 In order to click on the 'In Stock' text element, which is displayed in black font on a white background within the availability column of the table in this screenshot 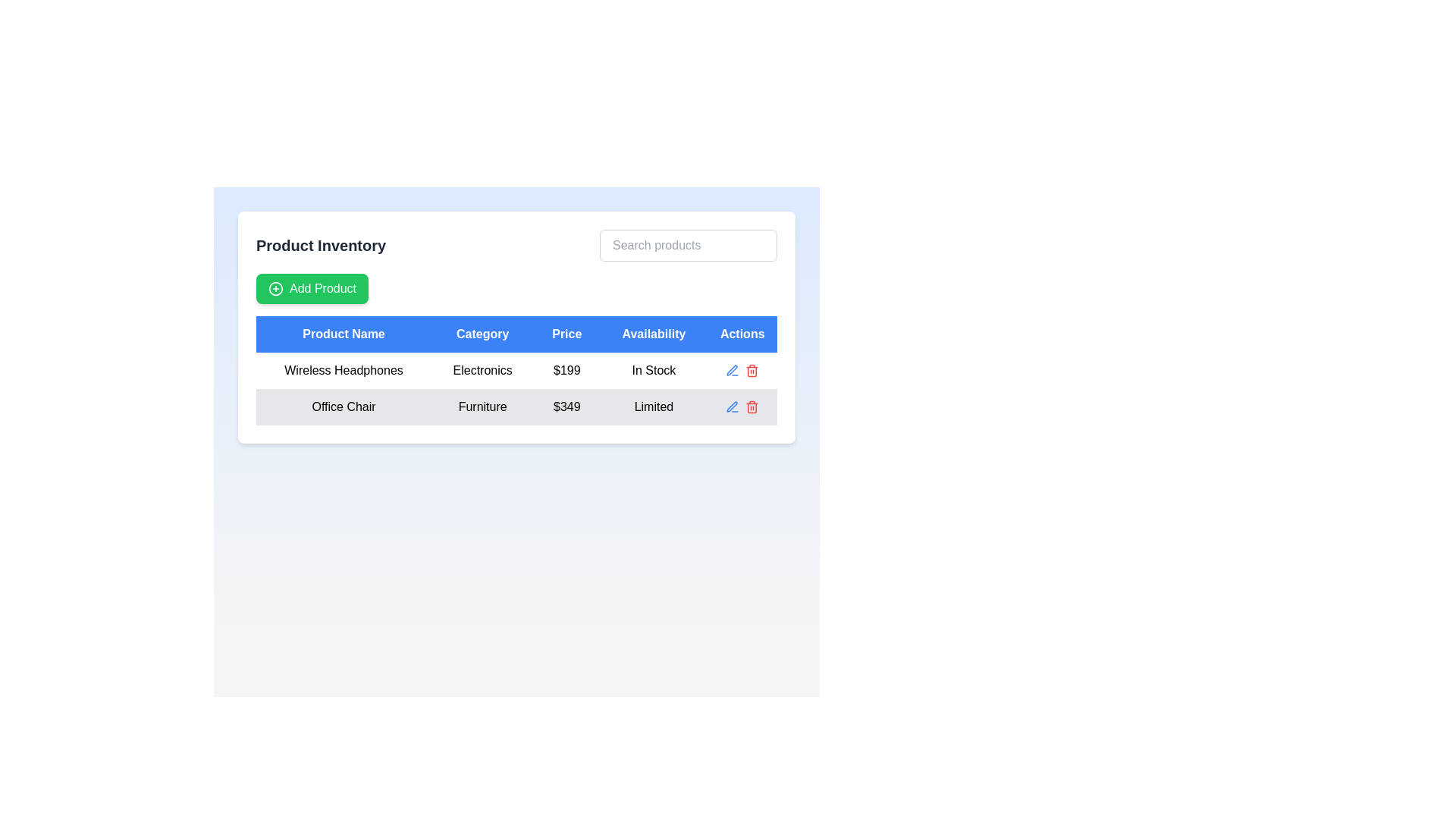, I will do `click(654, 371)`.